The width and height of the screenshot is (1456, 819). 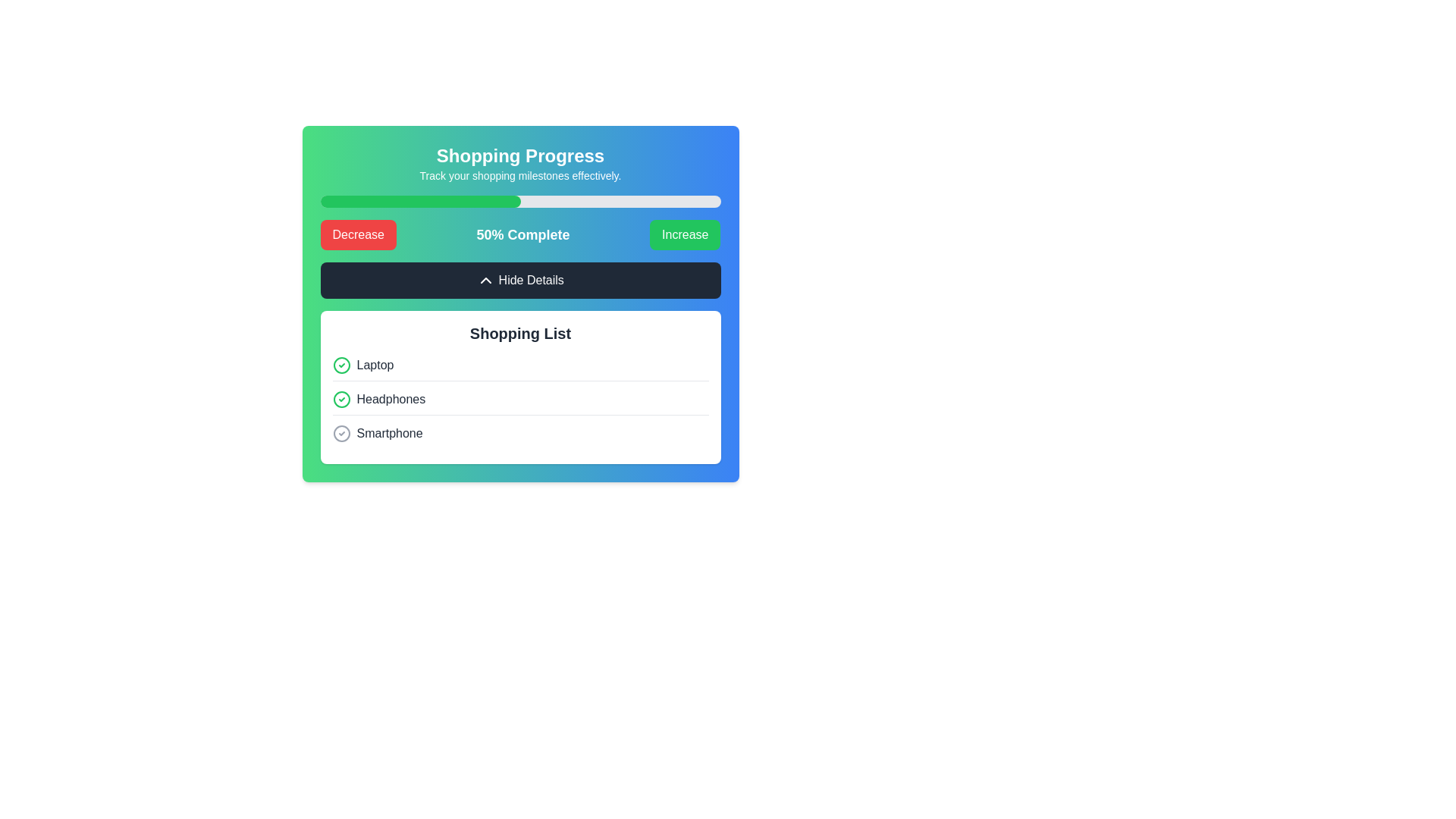 I want to click on the status indicator icon for the 'Headphones' entry, which signifies completion or selection status, located at the top-left corner of the entry, so click(x=340, y=399).